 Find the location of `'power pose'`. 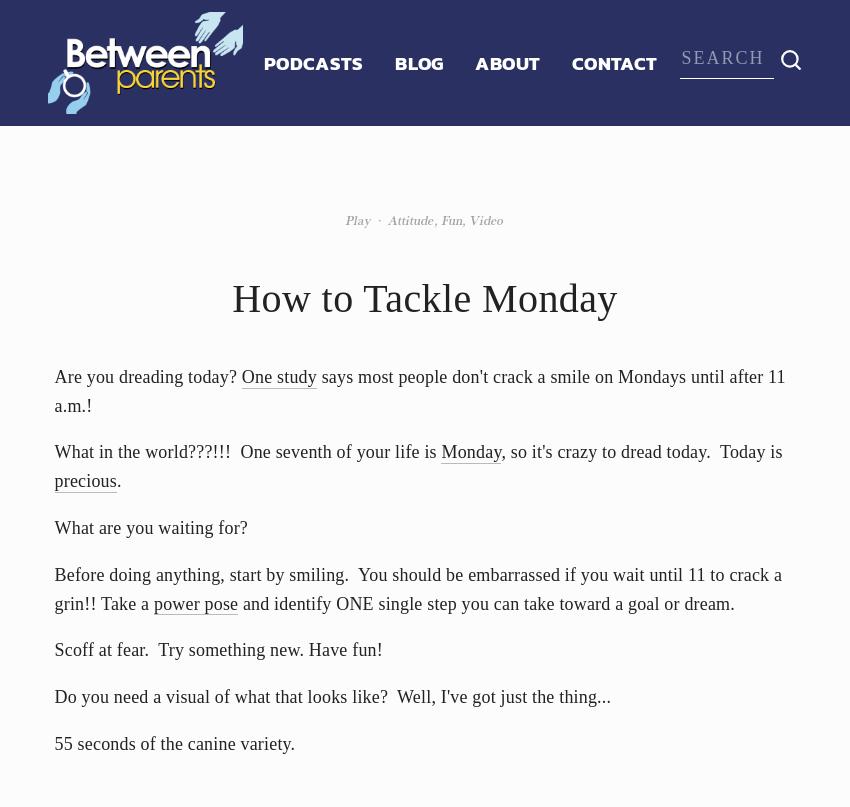

'power pose' is located at coordinates (194, 601).